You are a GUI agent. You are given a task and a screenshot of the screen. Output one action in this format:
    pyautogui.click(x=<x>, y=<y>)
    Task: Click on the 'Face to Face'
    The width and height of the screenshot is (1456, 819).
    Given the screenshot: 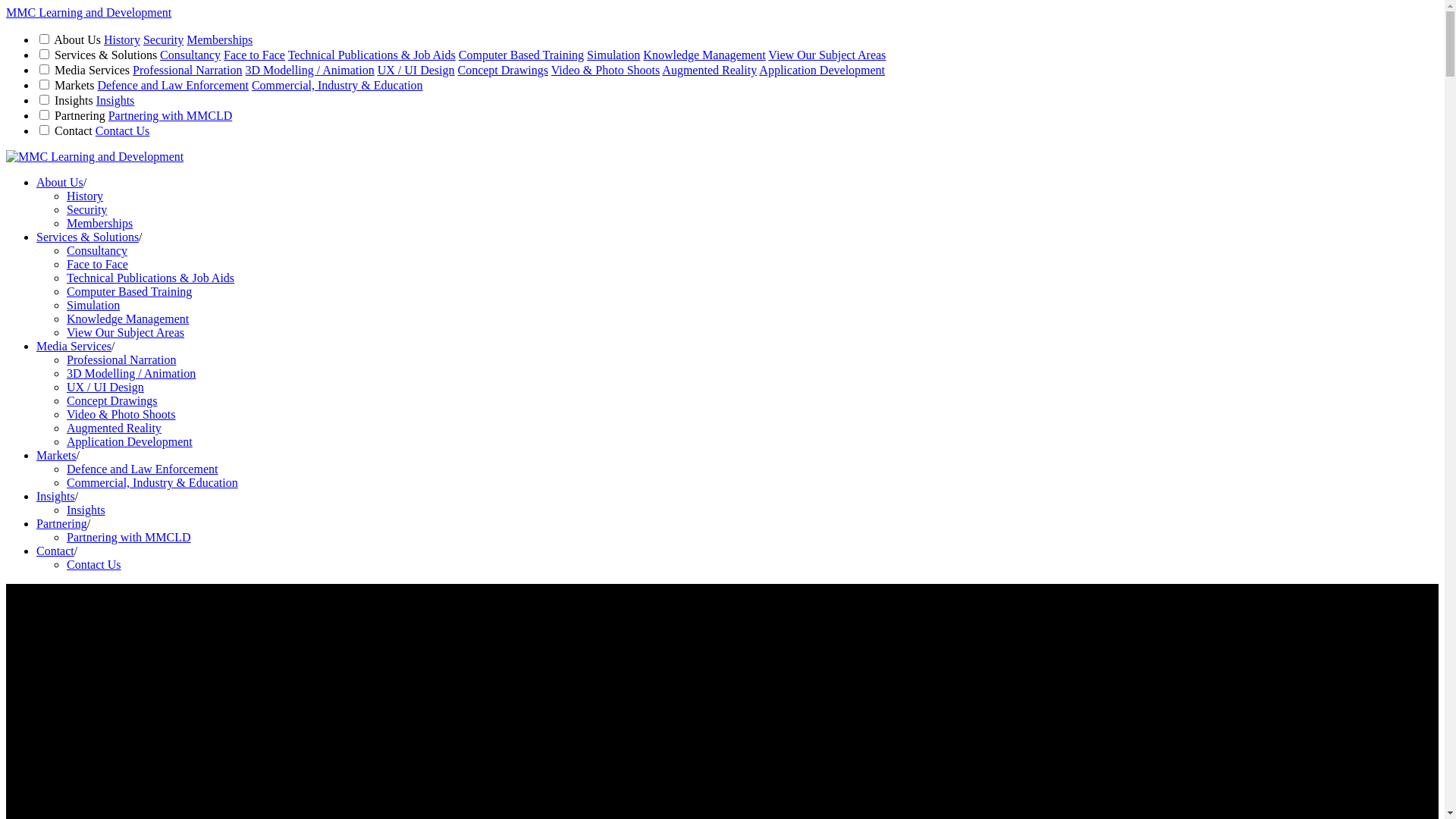 What is the action you would take?
    pyautogui.click(x=222, y=54)
    